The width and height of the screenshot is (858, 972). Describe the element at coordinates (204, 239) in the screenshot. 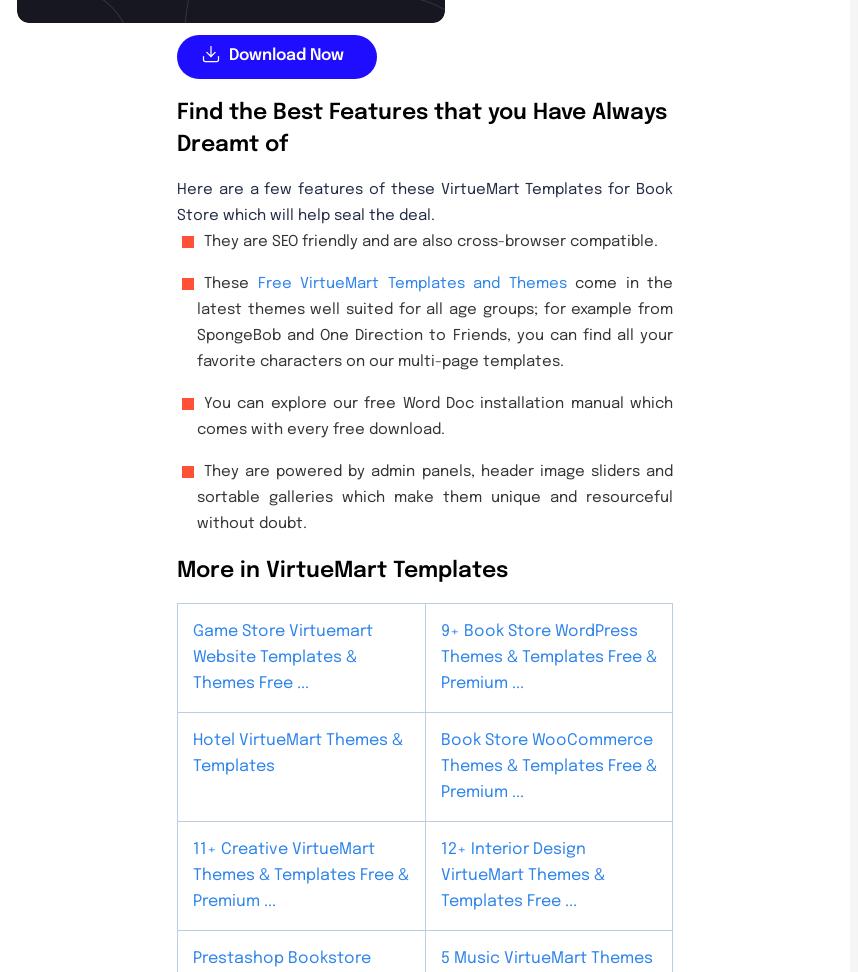

I see `'They are SEO friendly and are also cross-browser compatible.'` at that location.